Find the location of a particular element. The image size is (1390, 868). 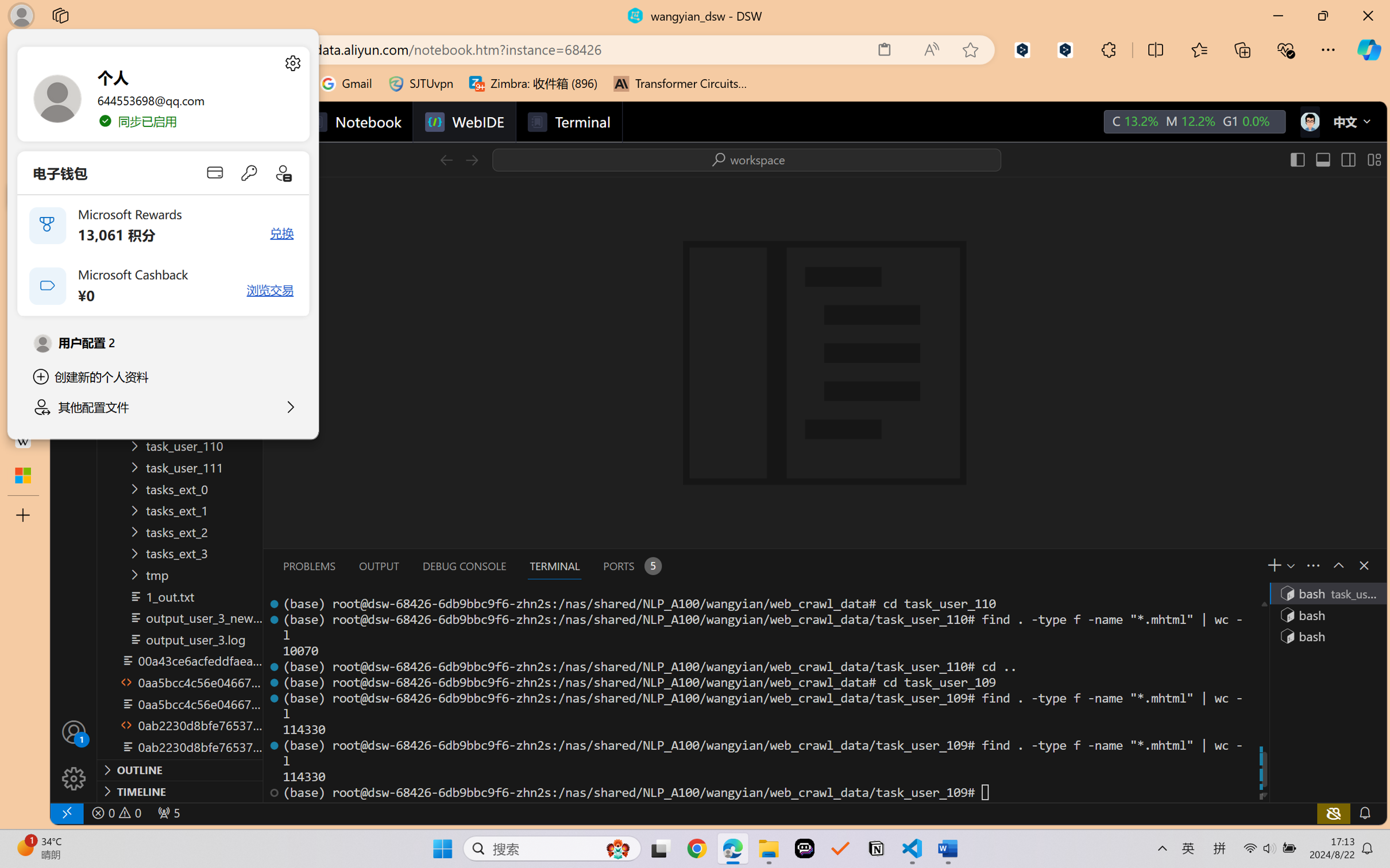

'Toggle Primary Side Bar (Ctrl+B)' is located at coordinates (1296, 159).